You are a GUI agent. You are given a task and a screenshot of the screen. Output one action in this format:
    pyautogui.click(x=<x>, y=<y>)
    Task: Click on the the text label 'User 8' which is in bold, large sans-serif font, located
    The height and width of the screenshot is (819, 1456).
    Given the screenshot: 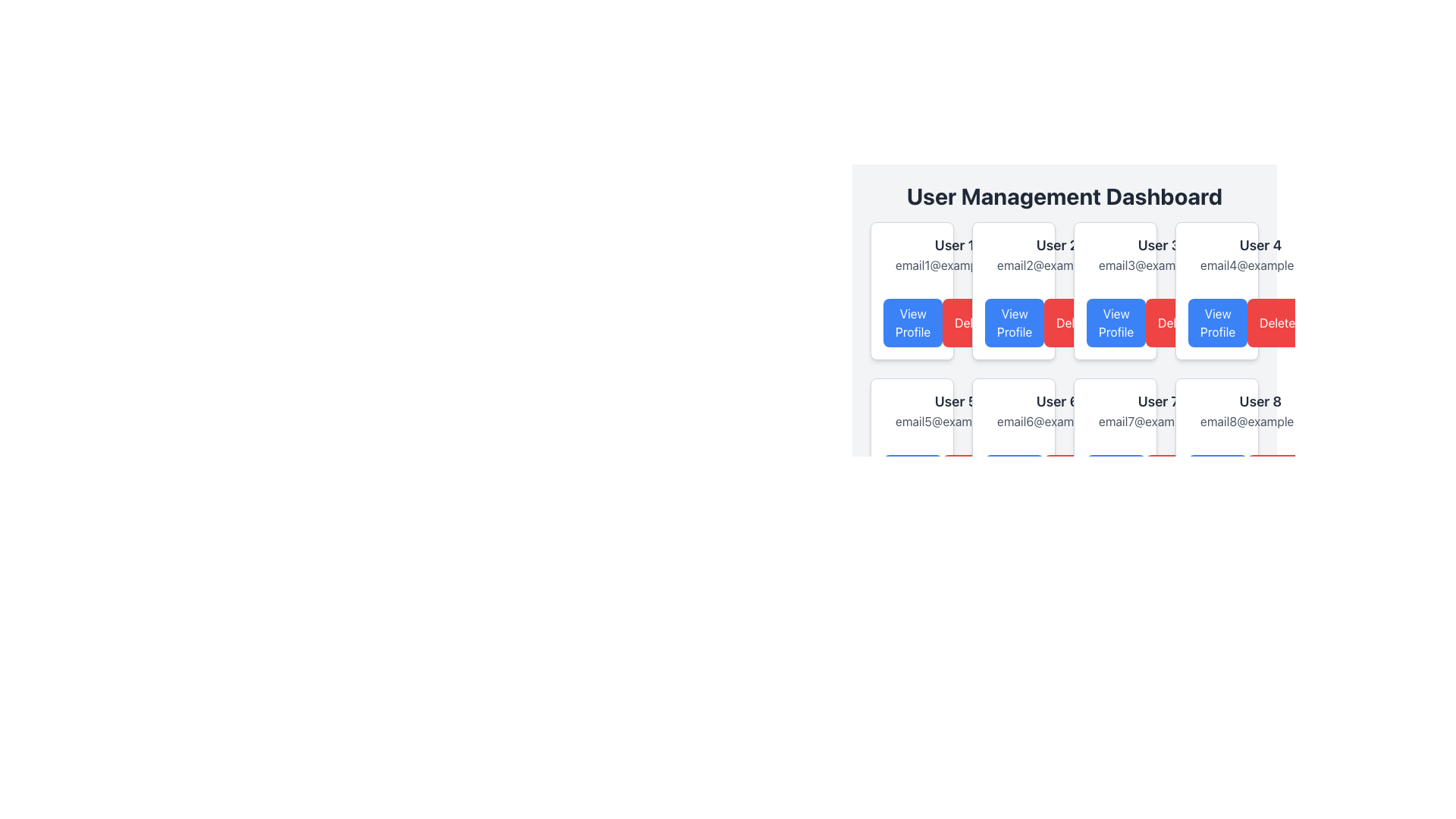 What is the action you would take?
    pyautogui.click(x=1260, y=400)
    